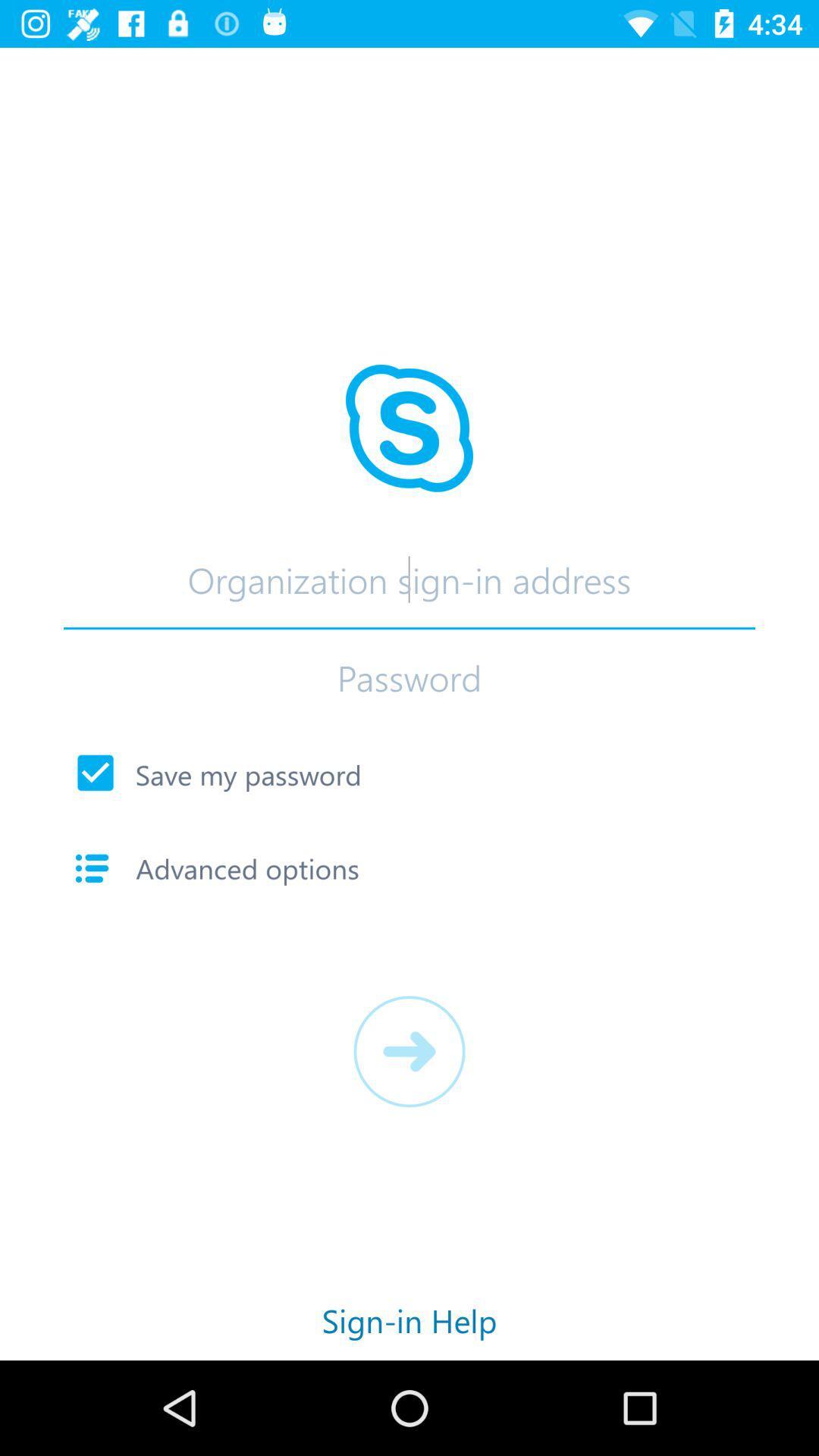  What do you see at coordinates (409, 1050) in the screenshot?
I see `item above sign-in help app` at bounding box center [409, 1050].